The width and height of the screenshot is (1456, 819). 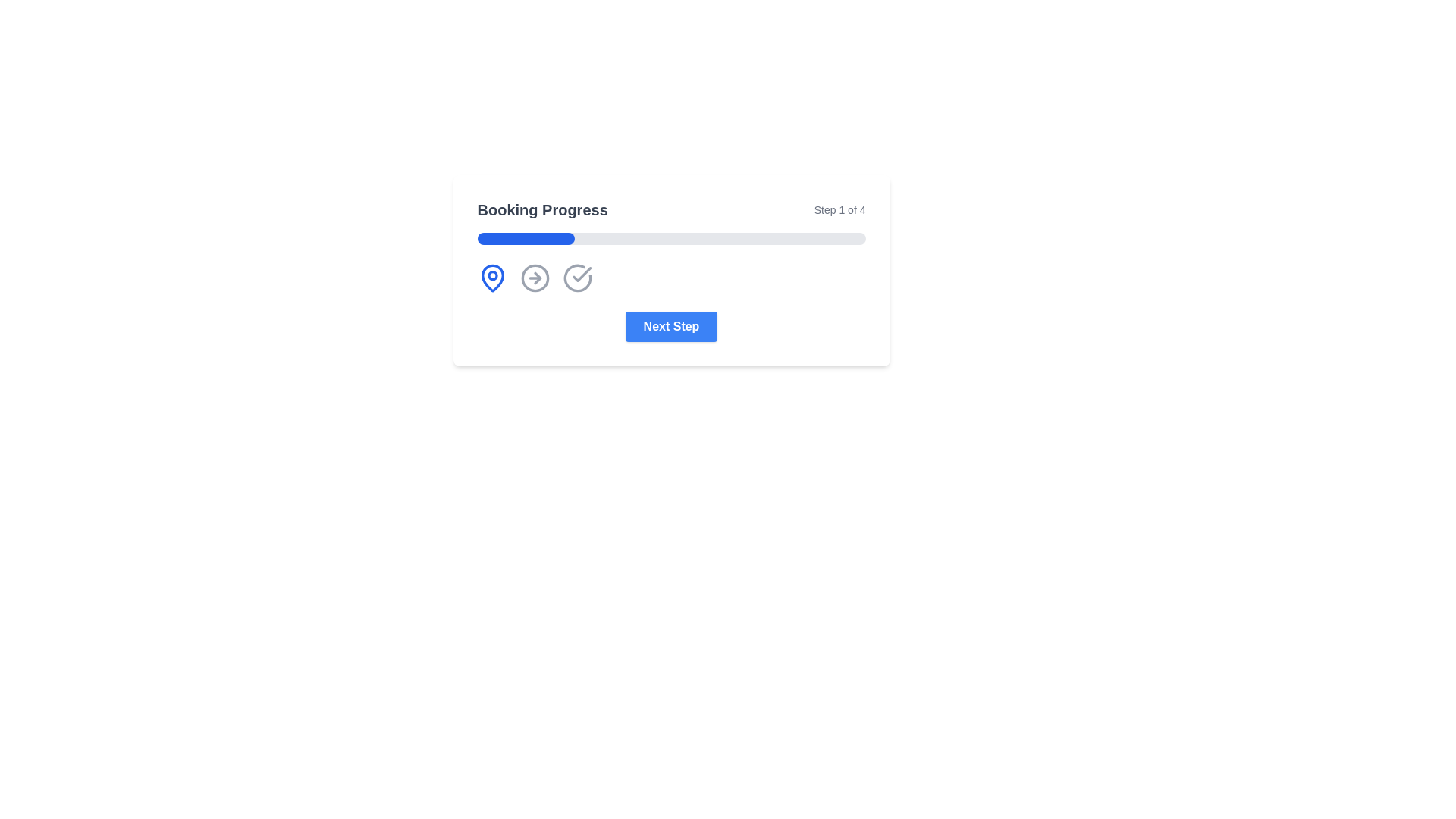 I want to click on the progress bar indicating 25% completion, which is located below the 'Booking Progress' title and above the step icons, so click(x=670, y=239).